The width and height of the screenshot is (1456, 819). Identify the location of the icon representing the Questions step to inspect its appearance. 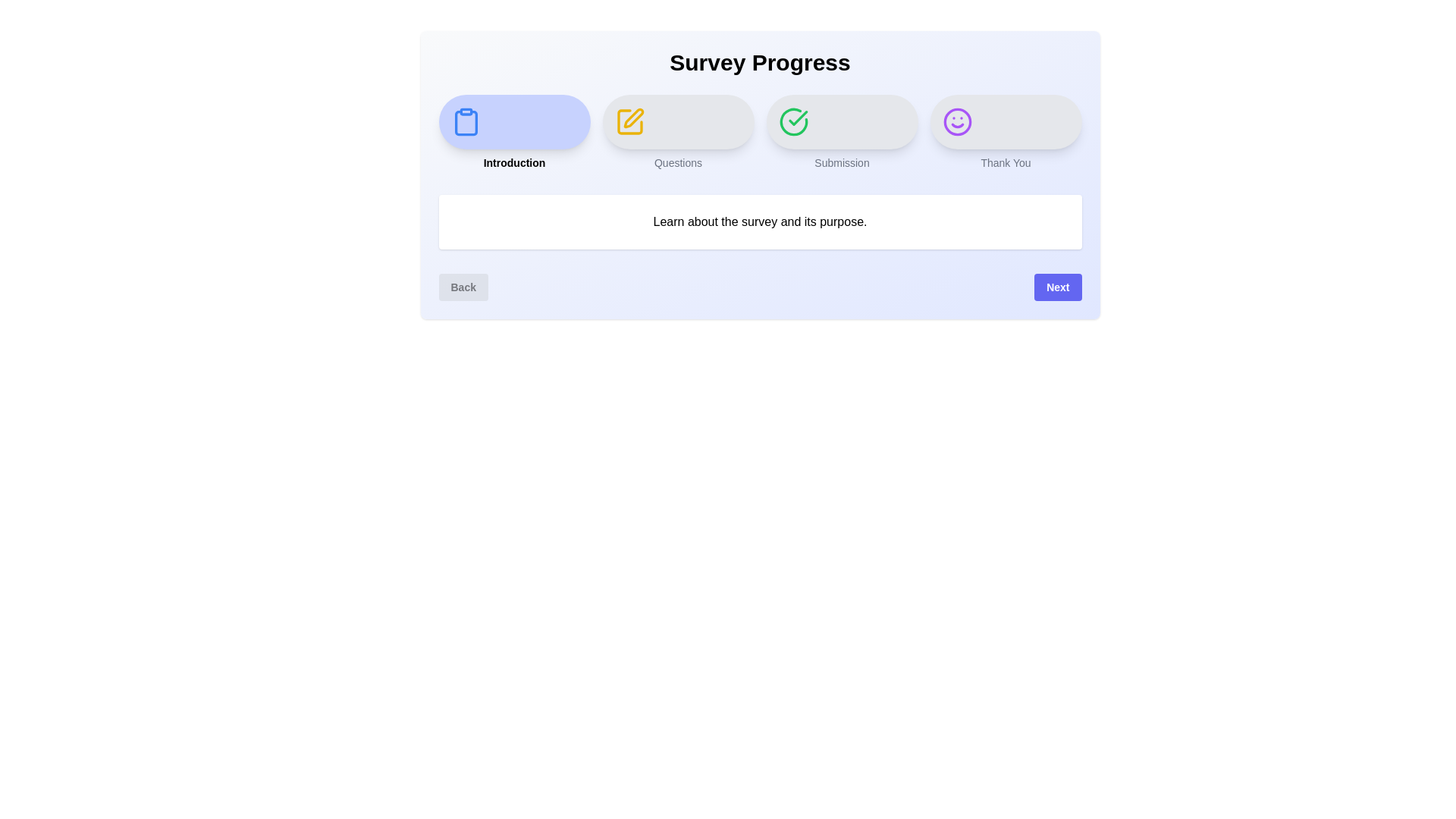
(629, 121).